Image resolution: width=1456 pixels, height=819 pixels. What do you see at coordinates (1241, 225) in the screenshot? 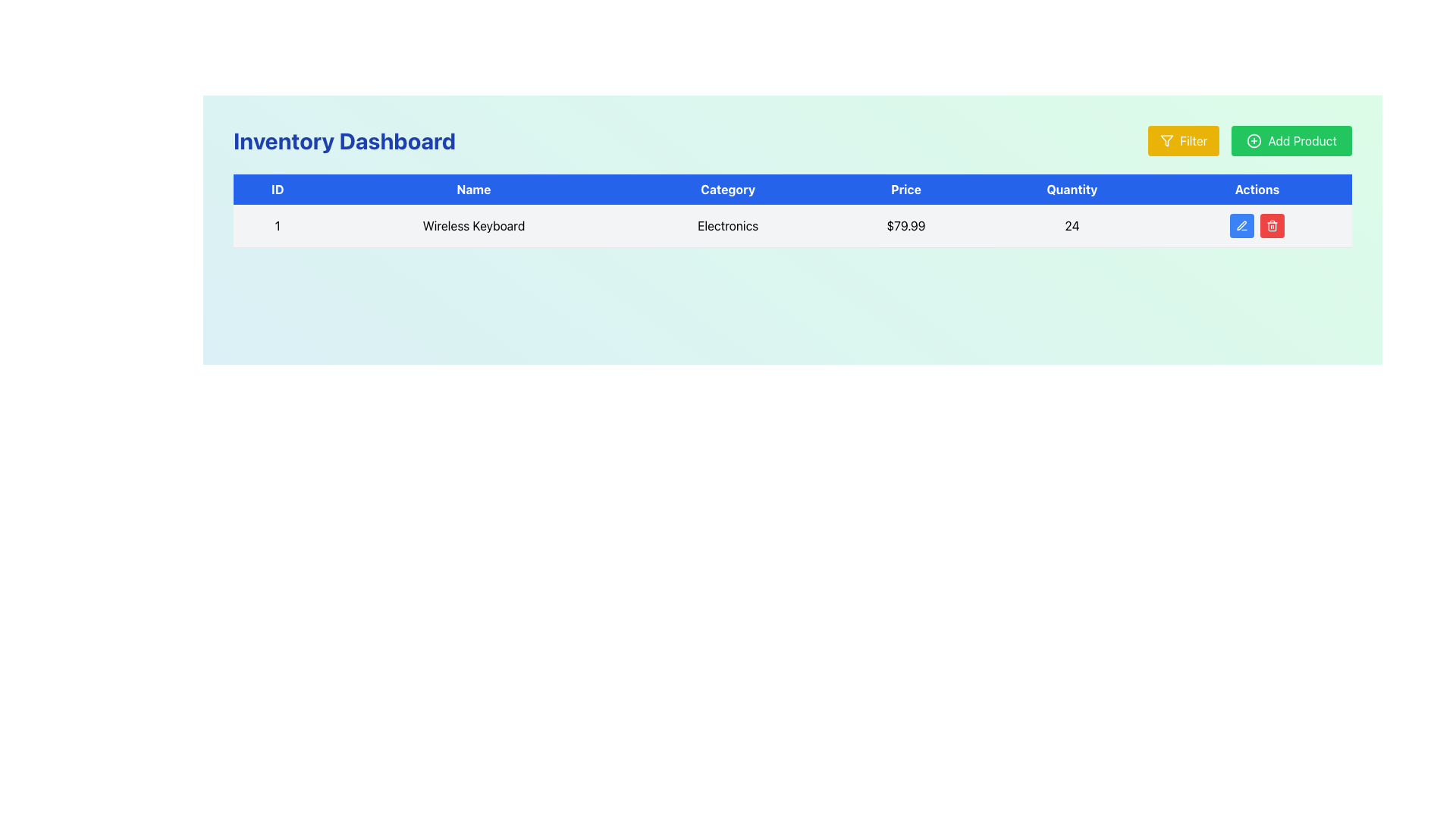
I see `the small blue button with white text and a pen icon located in the 'Actions' column of the first table row` at bounding box center [1241, 225].